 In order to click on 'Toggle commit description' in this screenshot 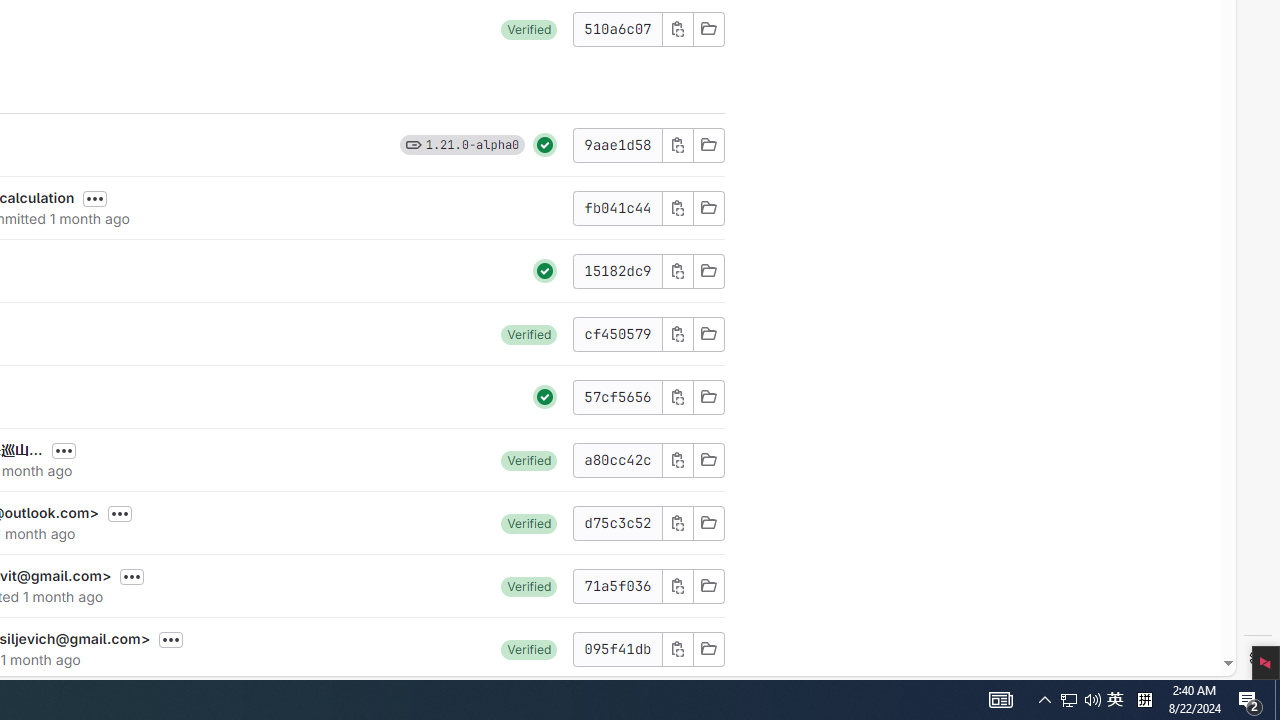, I will do `click(171, 640)`.